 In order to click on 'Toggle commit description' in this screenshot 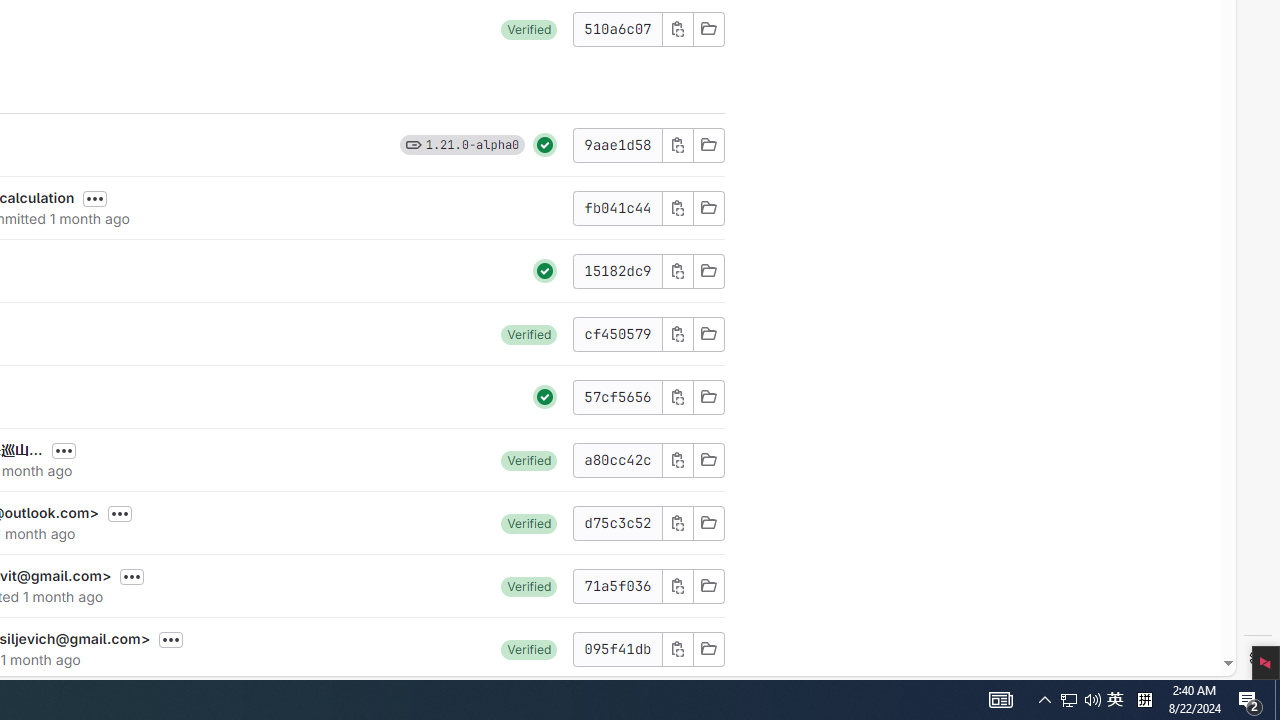, I will do `click(171, 640)`.